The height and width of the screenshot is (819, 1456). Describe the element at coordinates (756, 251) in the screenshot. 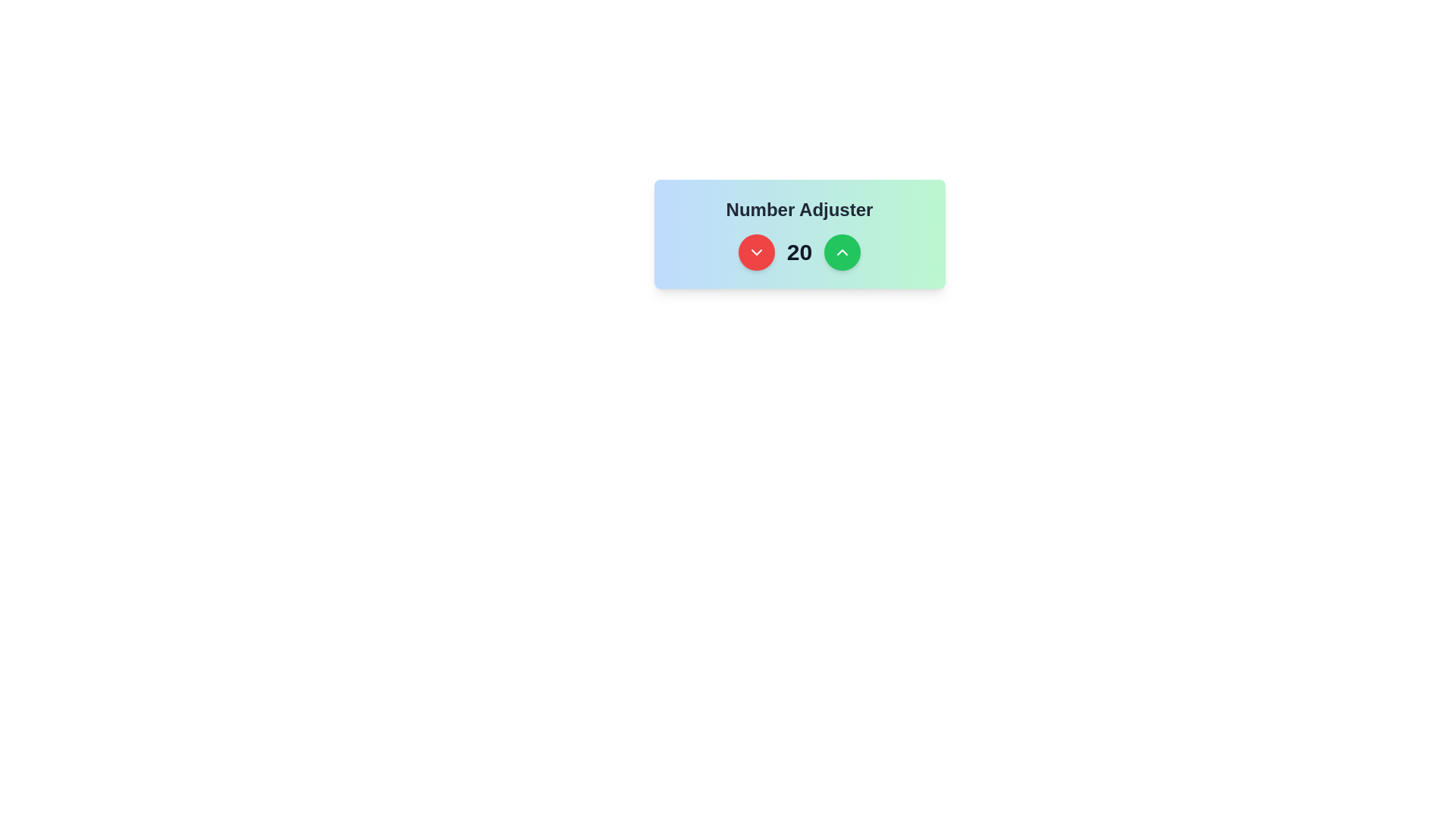

I see `the leftmost circular red button with a white downward-pointing chevron icon to decrease the number` at that location.